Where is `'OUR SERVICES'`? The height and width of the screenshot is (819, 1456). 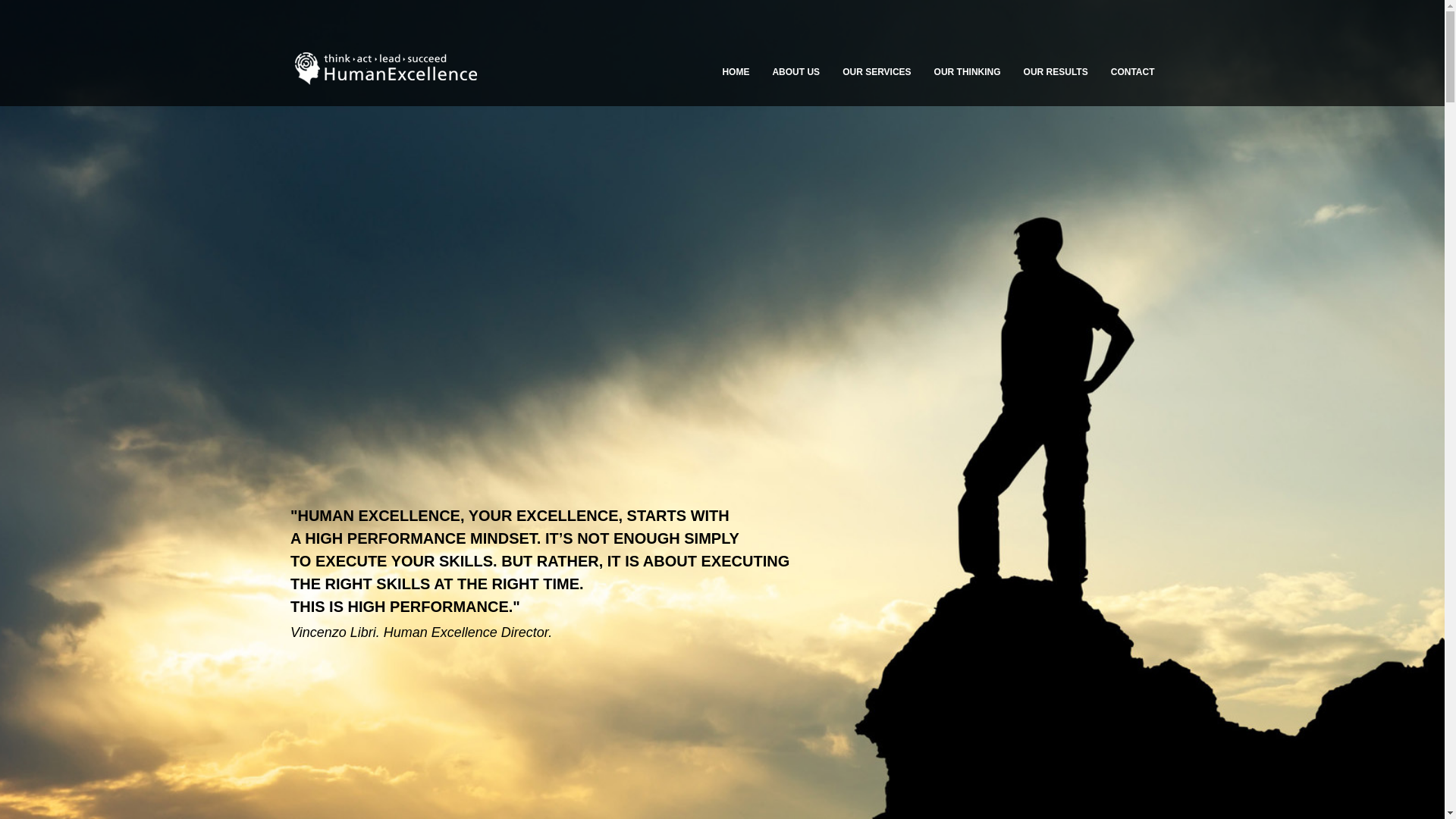
'OUR SERVICES' is located at coordinates (877, 72).